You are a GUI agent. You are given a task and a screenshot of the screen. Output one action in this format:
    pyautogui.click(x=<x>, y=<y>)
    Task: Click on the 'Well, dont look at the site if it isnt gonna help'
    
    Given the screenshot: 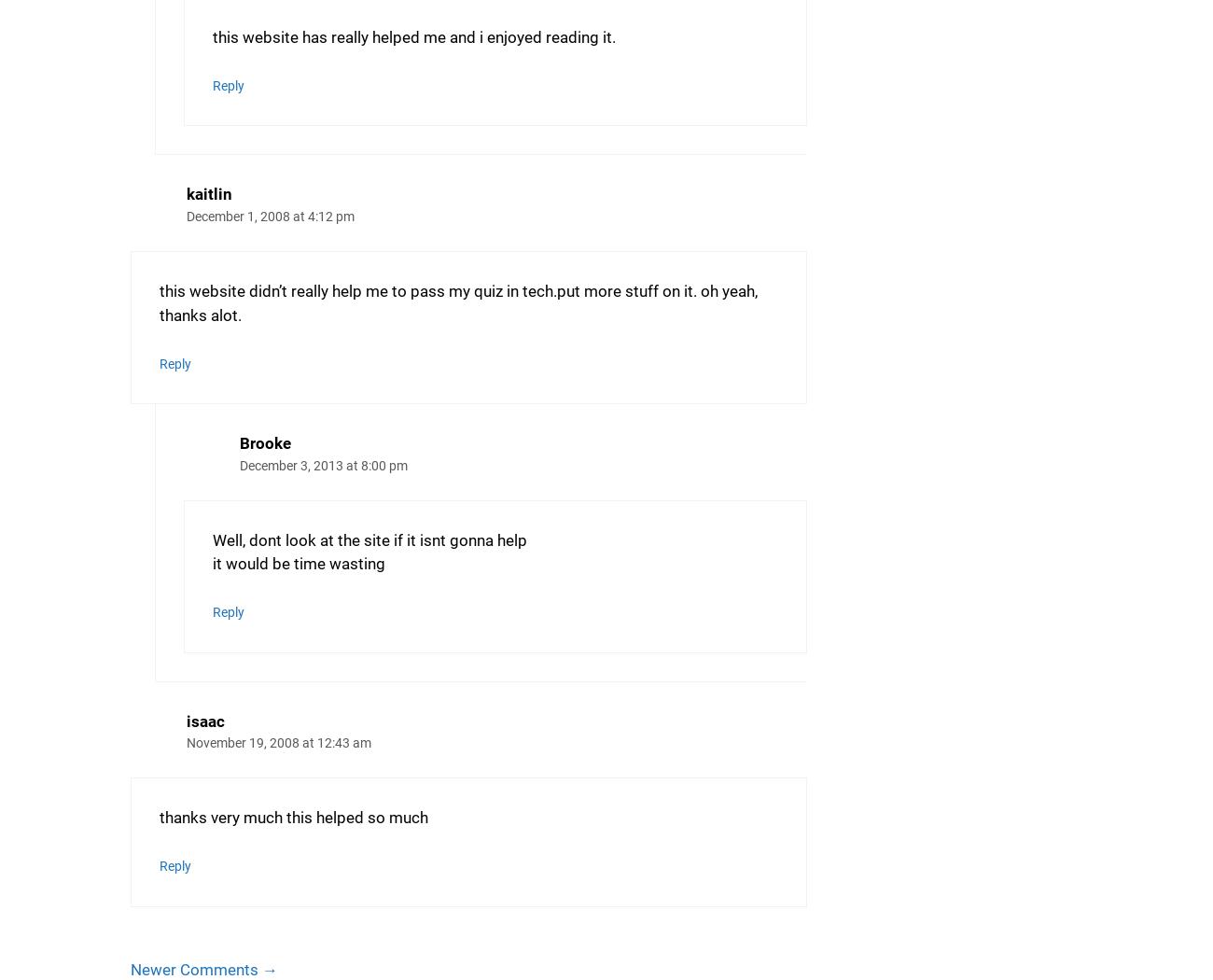 What is the action you would take?
    pyautogui.click(x=369, y=539)
    